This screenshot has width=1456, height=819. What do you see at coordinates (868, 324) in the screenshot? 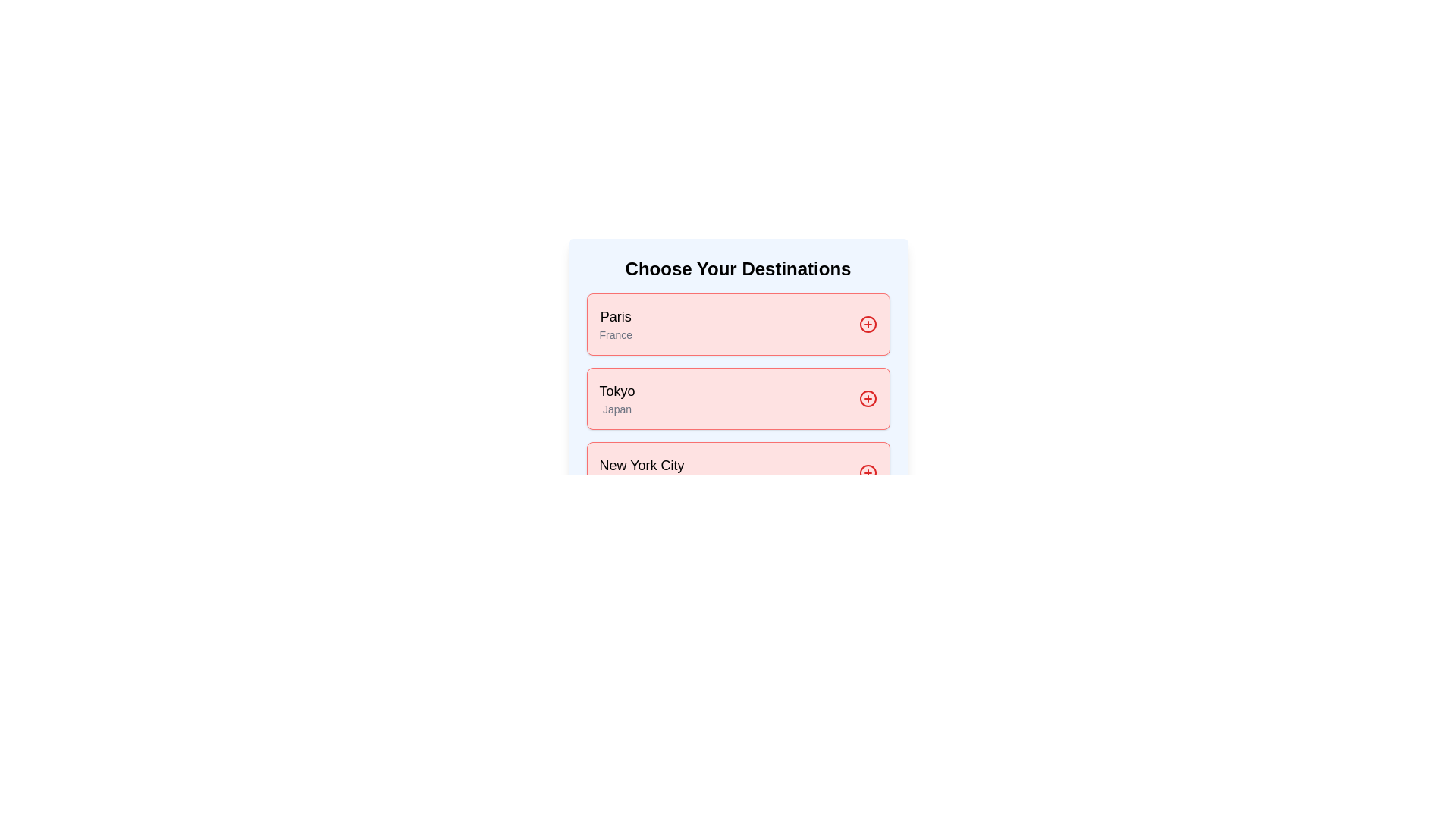
I see `the icon button located at the topmost card in the list of destination options, adjacent to the text 'Paris' and 'France'` at bounding box center [868, 324].